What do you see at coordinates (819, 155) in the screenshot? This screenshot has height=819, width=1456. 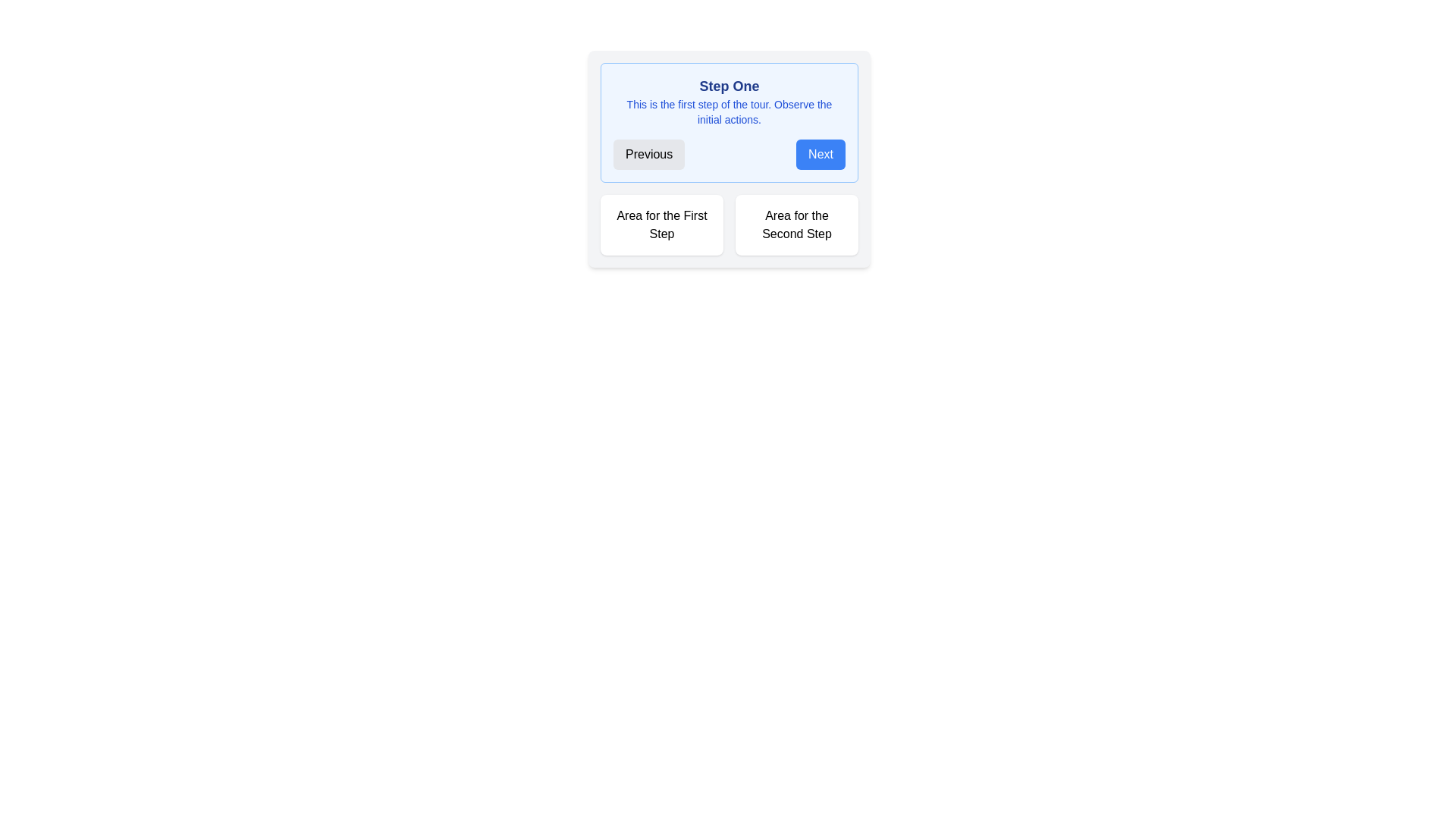 I see `the 'Next' button, a rectangular button with a blue background and white text, to proceed to the next step in the guidance UI` at bounding box center [819, 155].